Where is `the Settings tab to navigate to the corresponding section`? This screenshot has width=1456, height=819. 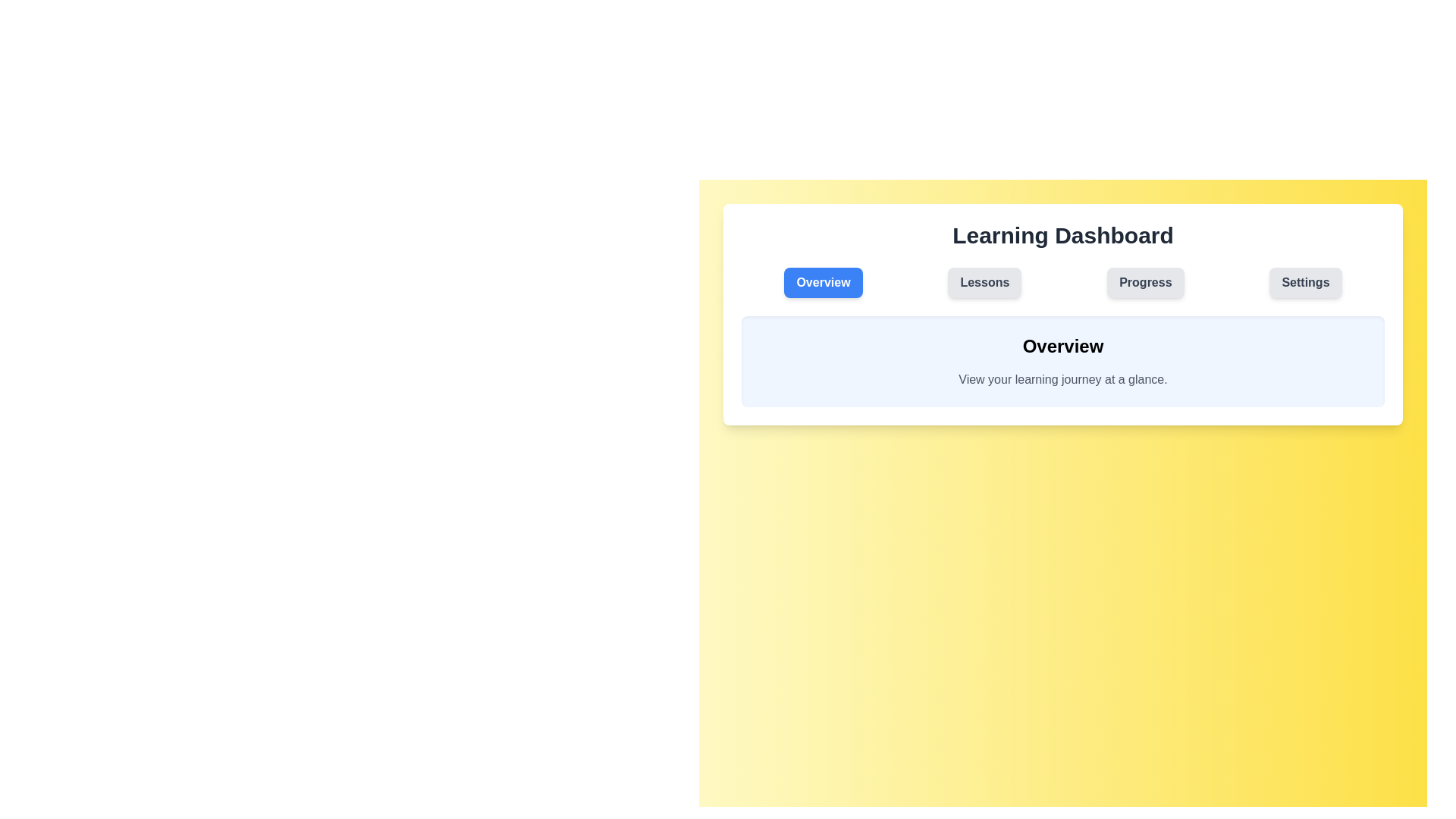
the Settings tab to navigate to the corresponding section is located at coordinates (1305, 283).